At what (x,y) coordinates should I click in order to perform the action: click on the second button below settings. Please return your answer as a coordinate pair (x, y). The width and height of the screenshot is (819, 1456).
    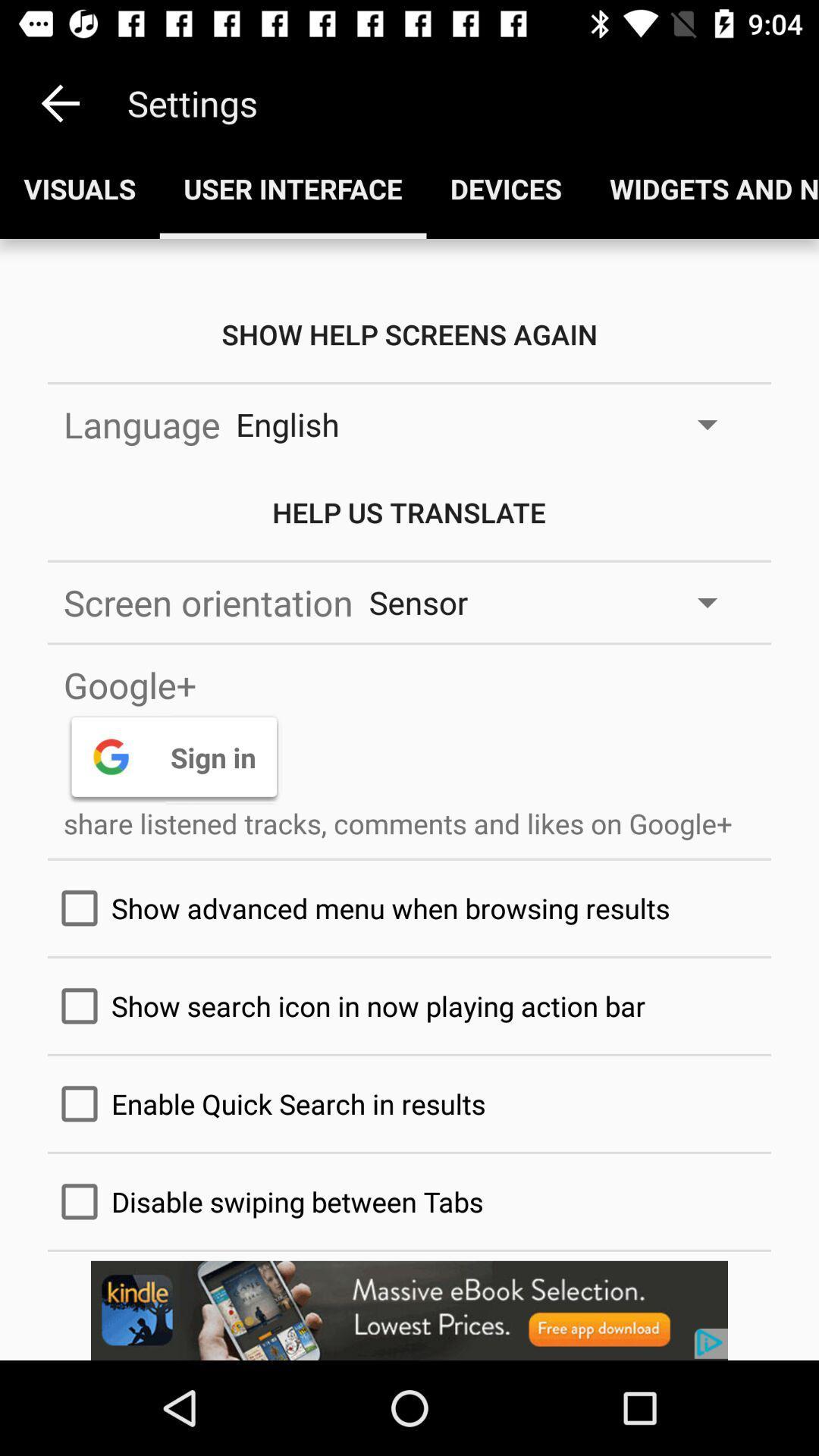
    Looking at the image, I should click on (293, 188).